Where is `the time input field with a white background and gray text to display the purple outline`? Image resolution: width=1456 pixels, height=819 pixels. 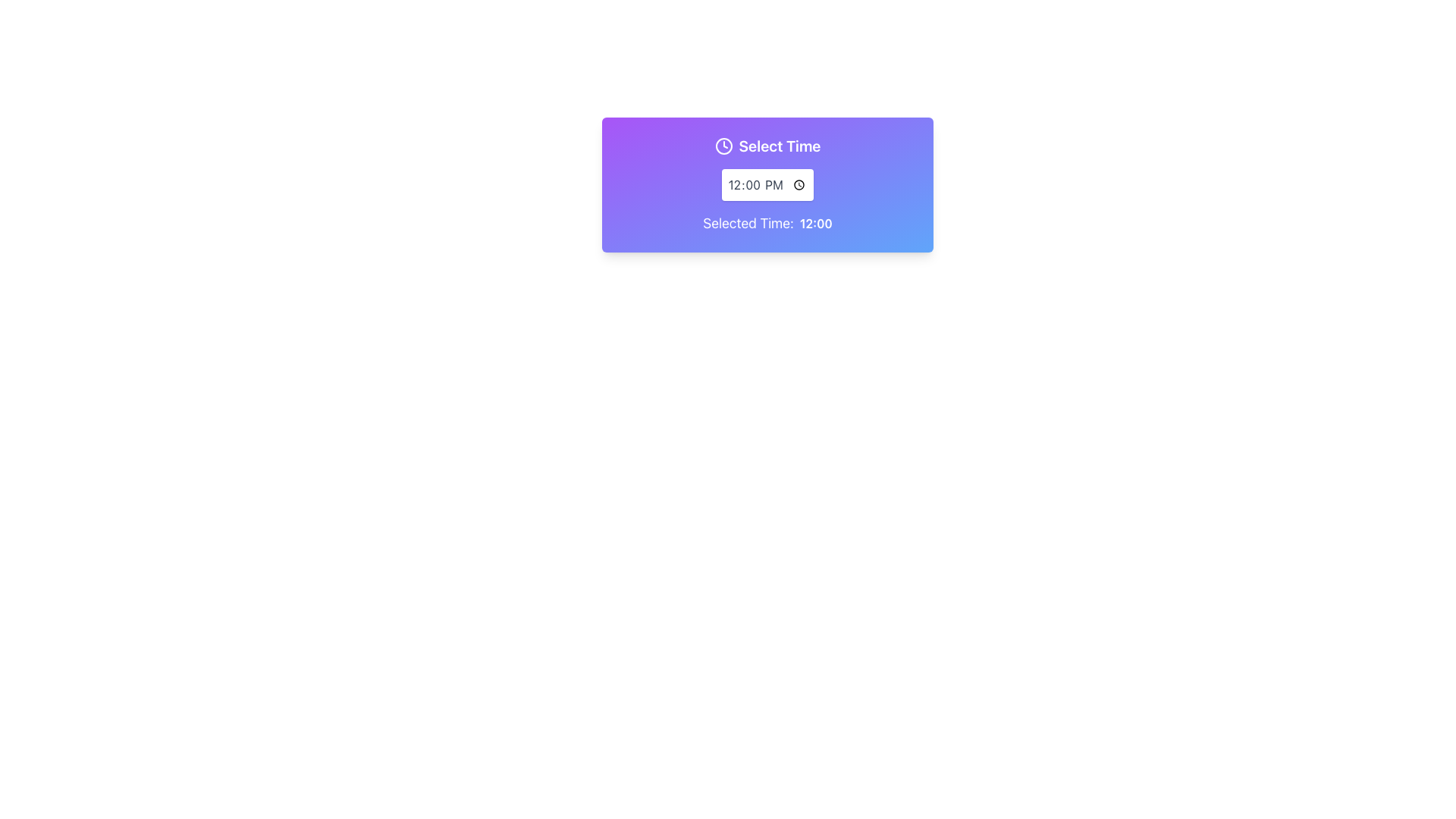
the time input field with a white background and gray text to display the purple outline is located at coordinates (767, 184).